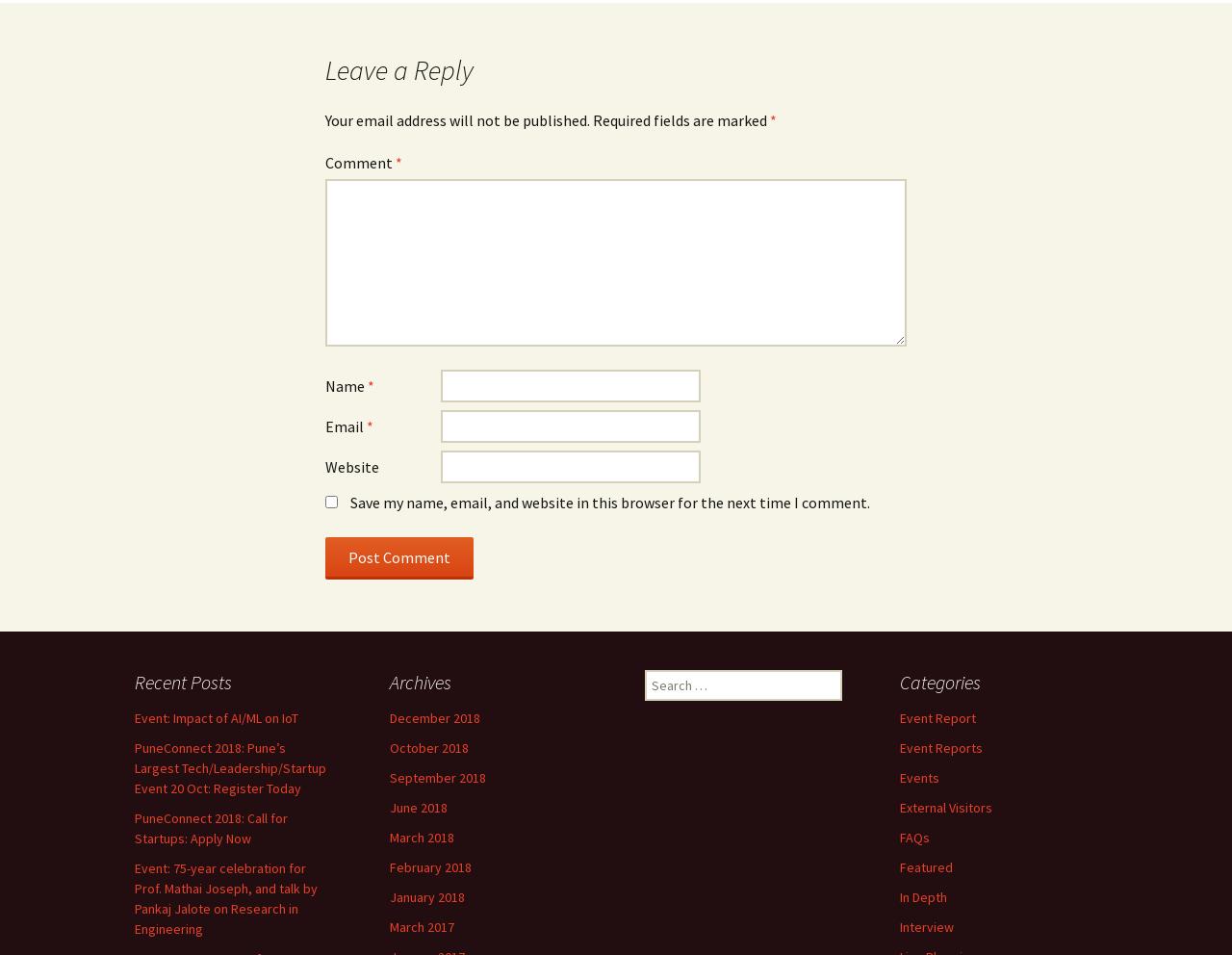 Image resolution: width=1232 pixels, height=955 pixels. What do you see at coordinates (456, 118) in the screenshot?
I see `'Your email address will not be published.'` at bounding box center [456, 118].